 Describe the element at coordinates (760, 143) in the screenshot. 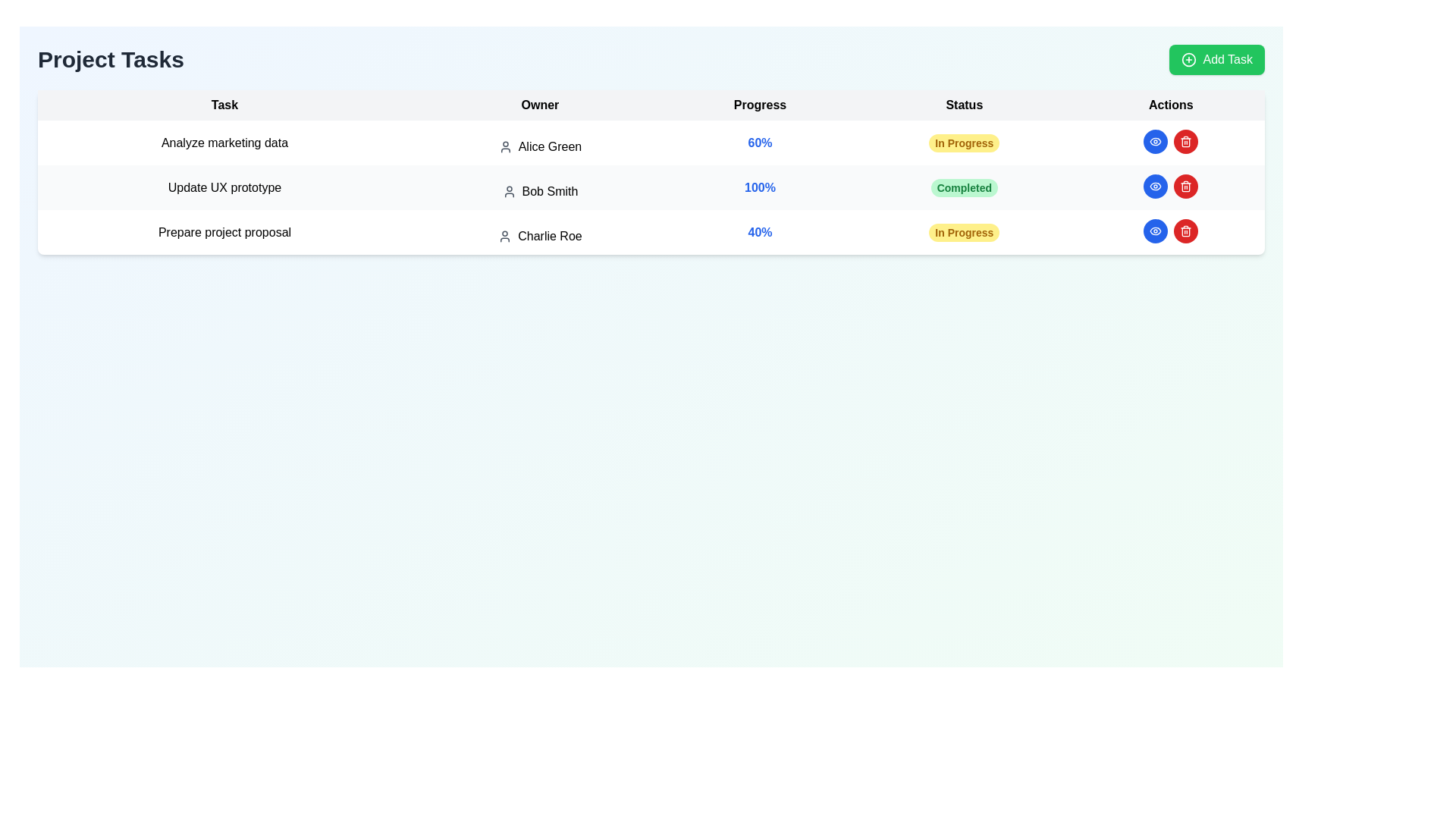

I see `the progress percentage text label indicating the current progress status of the task 'Analyze marketing data', located in the second row of the table under the 'Progress' header, adjacent to 'Owner' column showing 'Alice Green' and 'Status' column showing 'In Progress'` at that location.